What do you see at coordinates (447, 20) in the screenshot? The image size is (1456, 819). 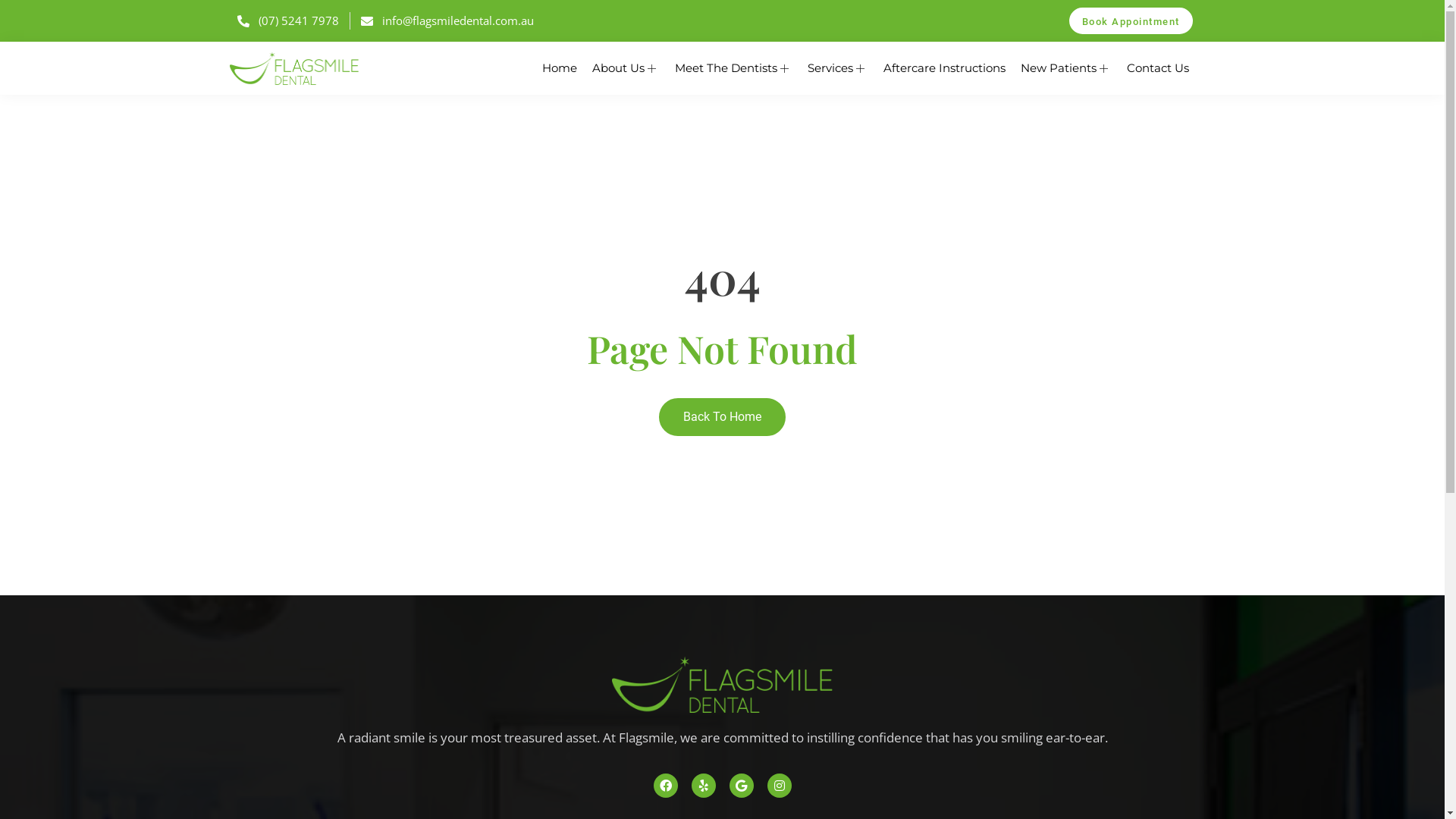 I see `'info@flagsmiledental.com.au'` at bounding box center [447, 20].